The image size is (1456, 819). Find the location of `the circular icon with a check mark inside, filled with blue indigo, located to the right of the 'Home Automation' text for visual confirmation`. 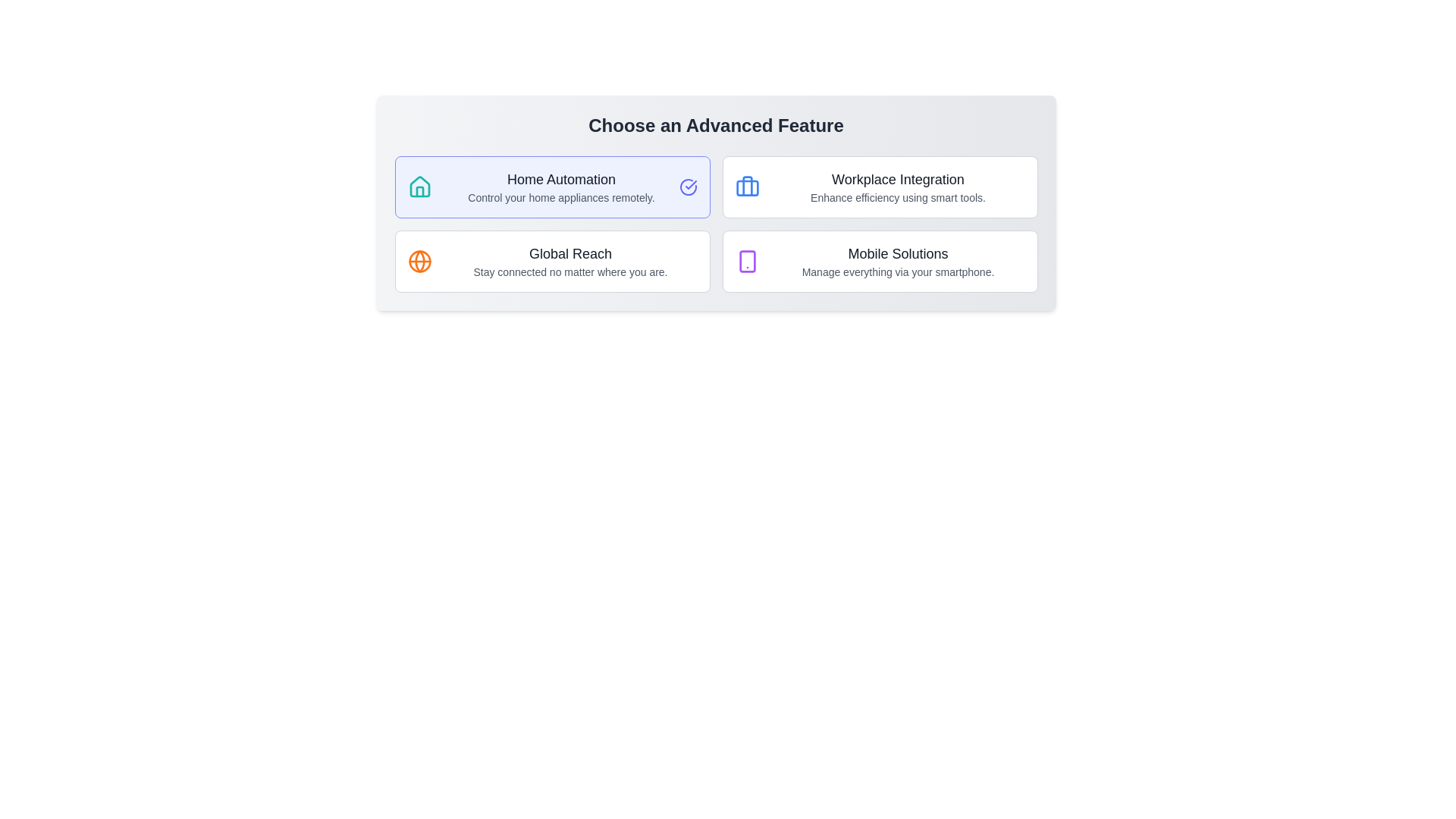

the circular icon with a check mark inside, filled with blue indigo, located to the right of the 'Home Automation' text for visual confirmation is located at coordinates (687, 186).